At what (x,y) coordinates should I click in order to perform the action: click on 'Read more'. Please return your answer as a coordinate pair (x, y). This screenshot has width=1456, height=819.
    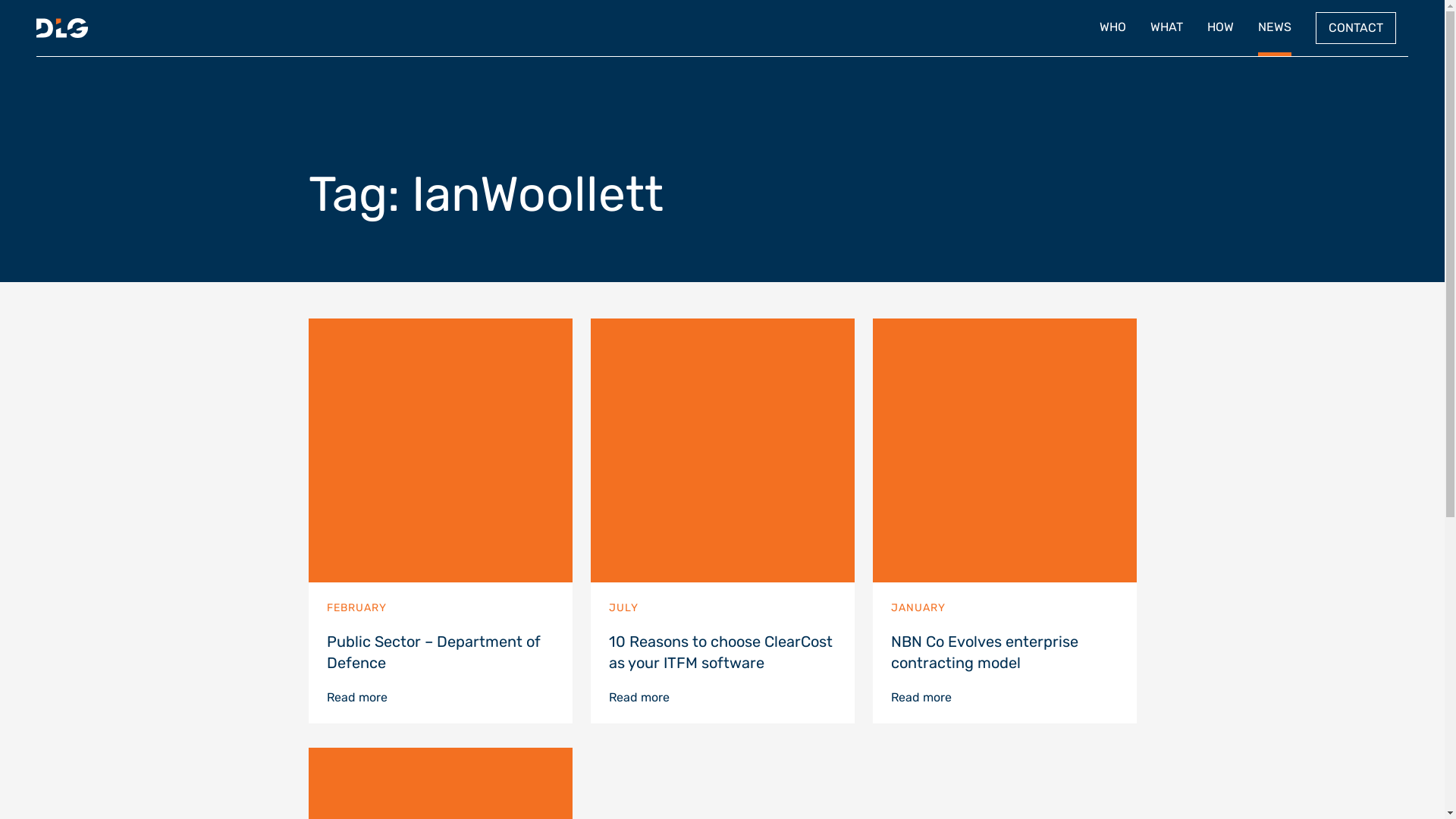
    Looking at the image, I should click on (920, 697).